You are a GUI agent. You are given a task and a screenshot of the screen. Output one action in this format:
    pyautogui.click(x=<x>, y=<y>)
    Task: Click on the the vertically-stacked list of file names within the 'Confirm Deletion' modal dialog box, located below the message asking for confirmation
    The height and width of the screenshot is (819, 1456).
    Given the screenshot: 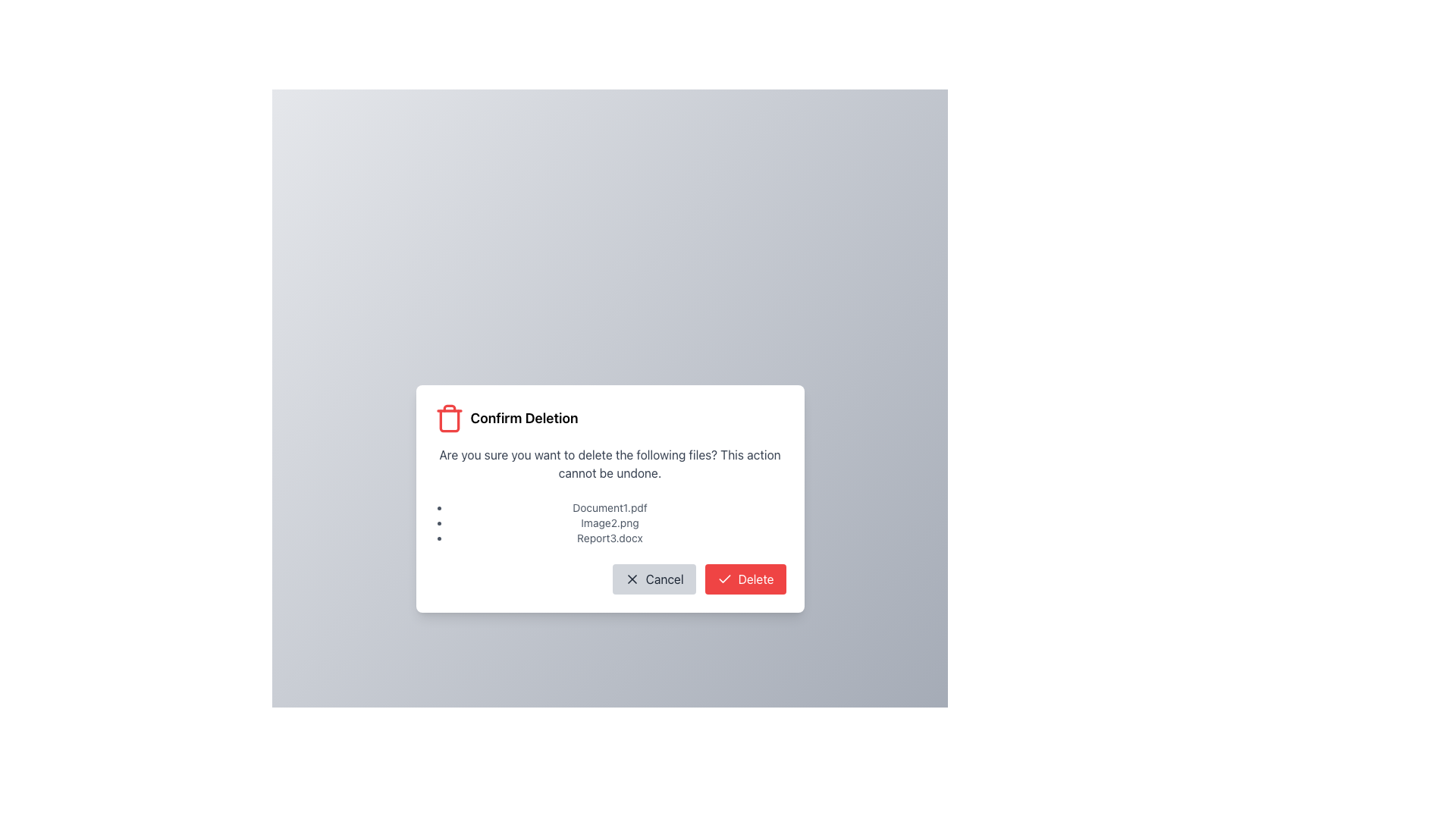 What is the action you would take?
    pyautogui.click(x=610, y=522)
    